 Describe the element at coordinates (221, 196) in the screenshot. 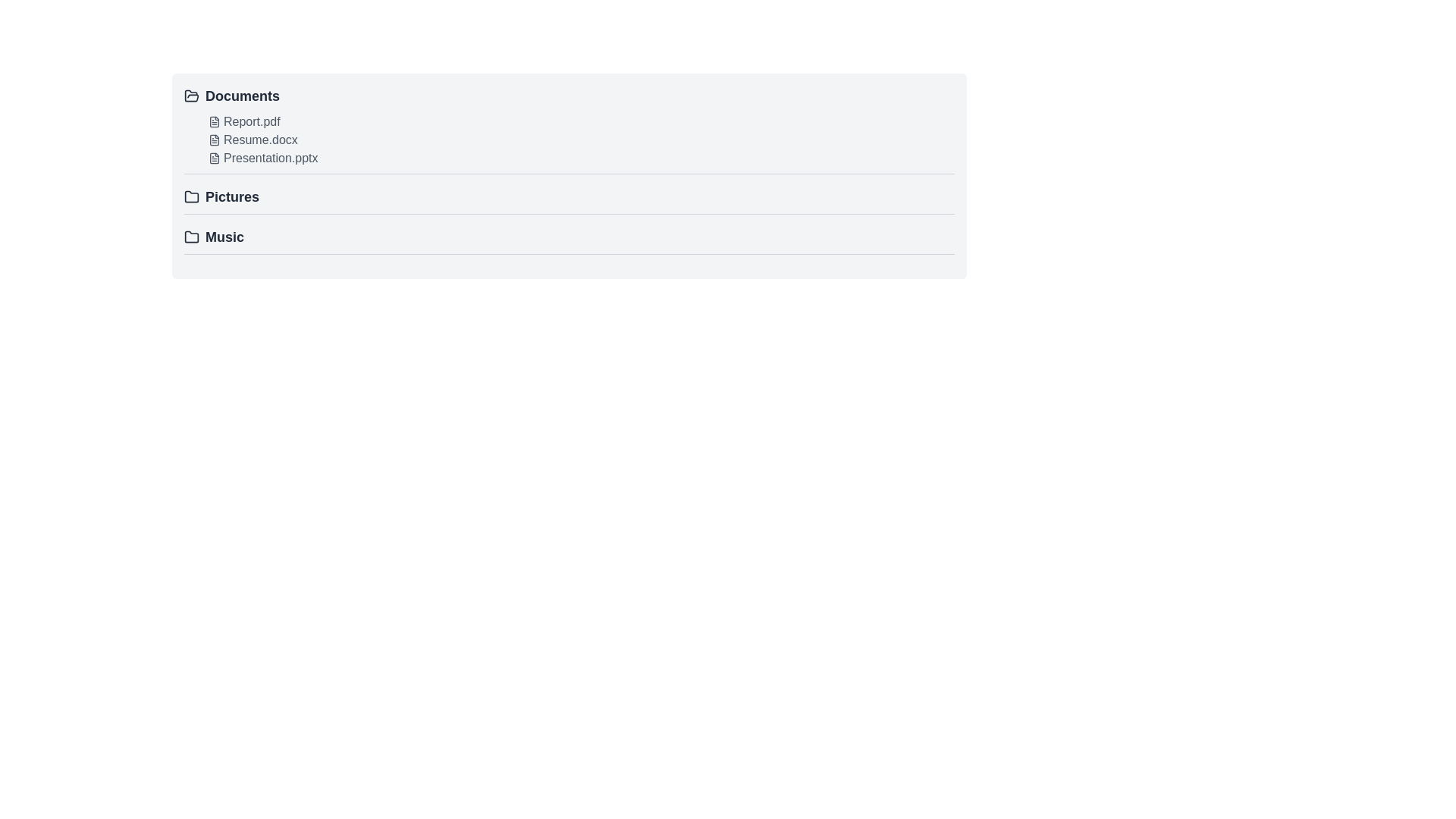

I see `the Clickable folder entry labeled 'Pictures' with a folder icon on its left` at that location.